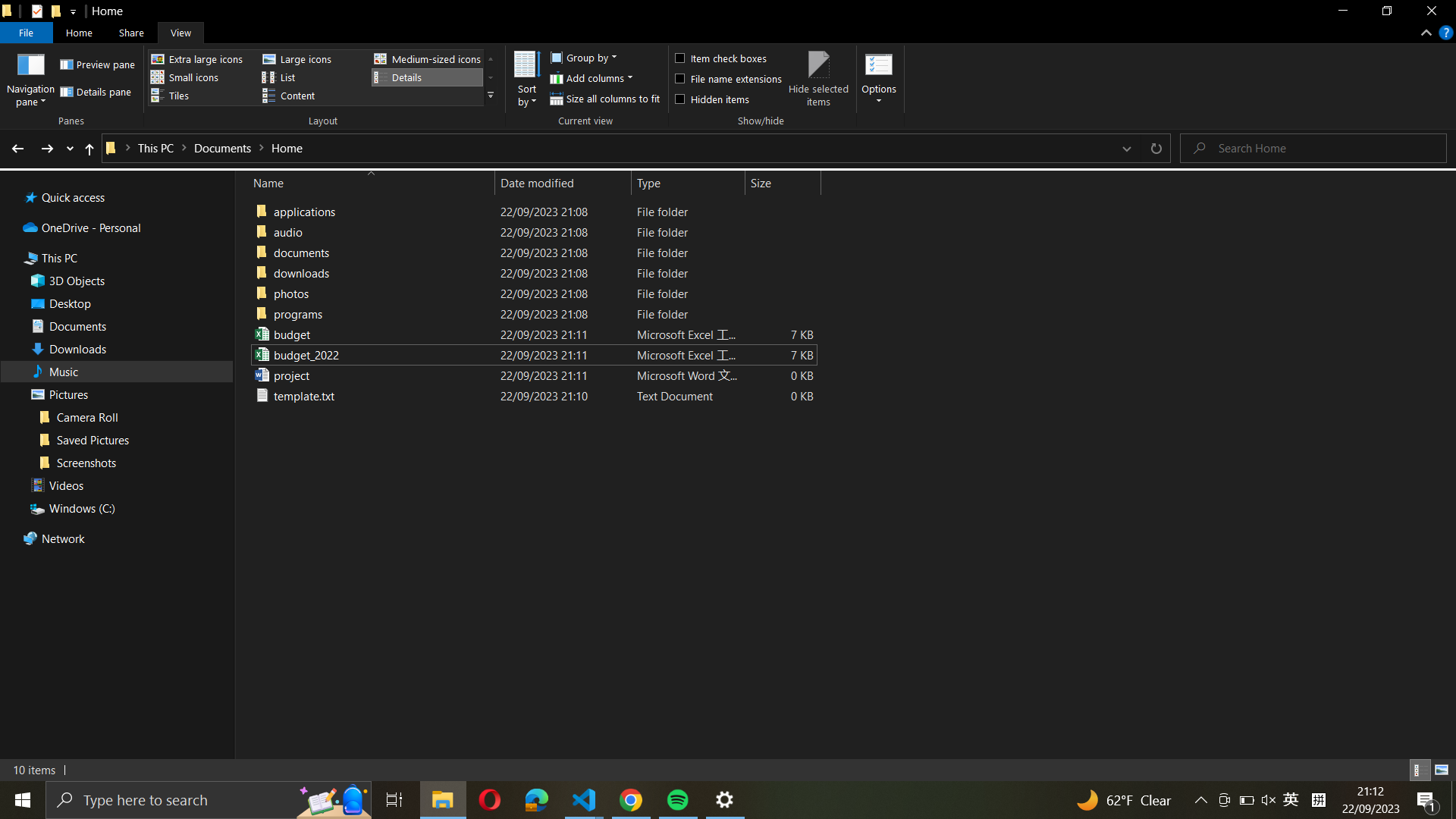 This screenshot has width=1456, height=819. What do you see at coordinates (531, 394) in the screenshot?
I see `Move "template.txt" into the "downloads" folder of this same directory by dragging the file` at bounding box center [531, 394].